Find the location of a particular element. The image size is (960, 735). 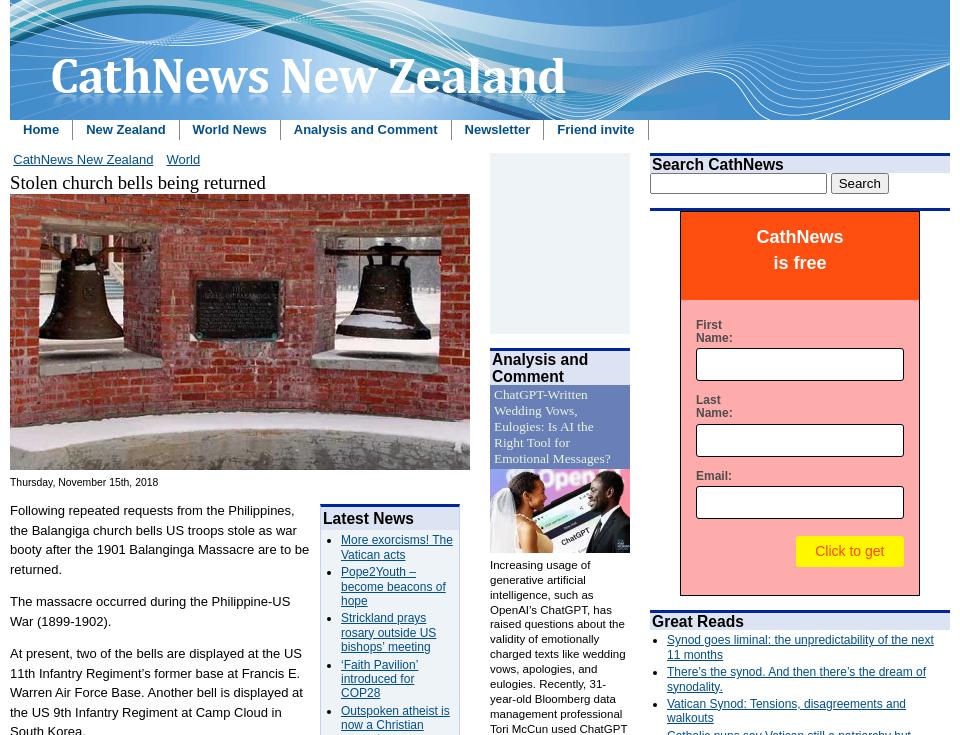

'More exorcisms! The Vatican acts' is located at coordinates (340, 545).